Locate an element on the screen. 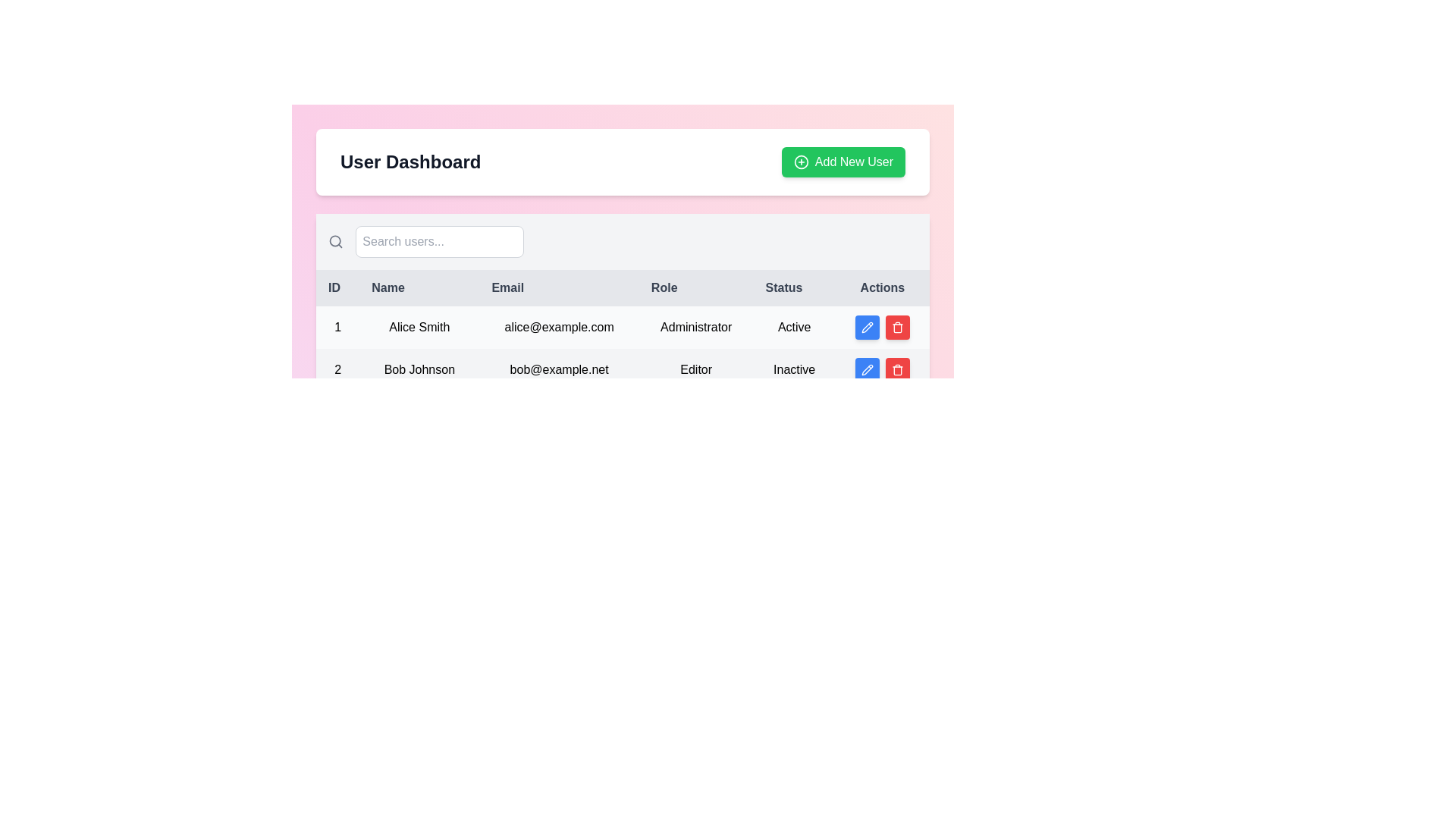 Image resolution: width=1456 pixels, height=819 pixels. the 'Active' label in the fifth column of the first row of the user table, which displays bold, black text on a white background is located at coordinates (793, 327).